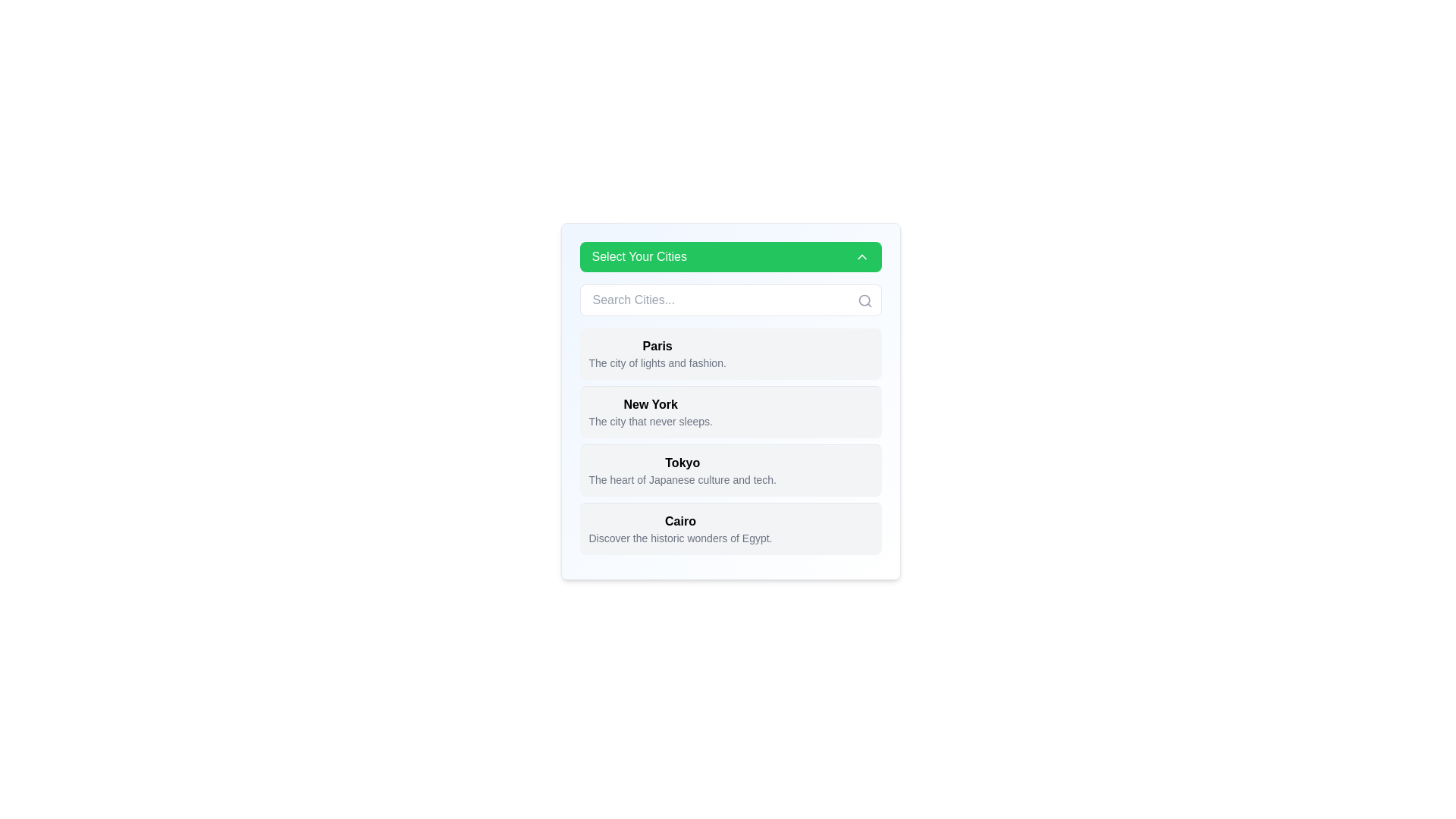 This screenshot has height=819, width=1456. I want to click on the search icon button located to the far right of the search input field labeled 'Search Cities...', so click(864, 301).